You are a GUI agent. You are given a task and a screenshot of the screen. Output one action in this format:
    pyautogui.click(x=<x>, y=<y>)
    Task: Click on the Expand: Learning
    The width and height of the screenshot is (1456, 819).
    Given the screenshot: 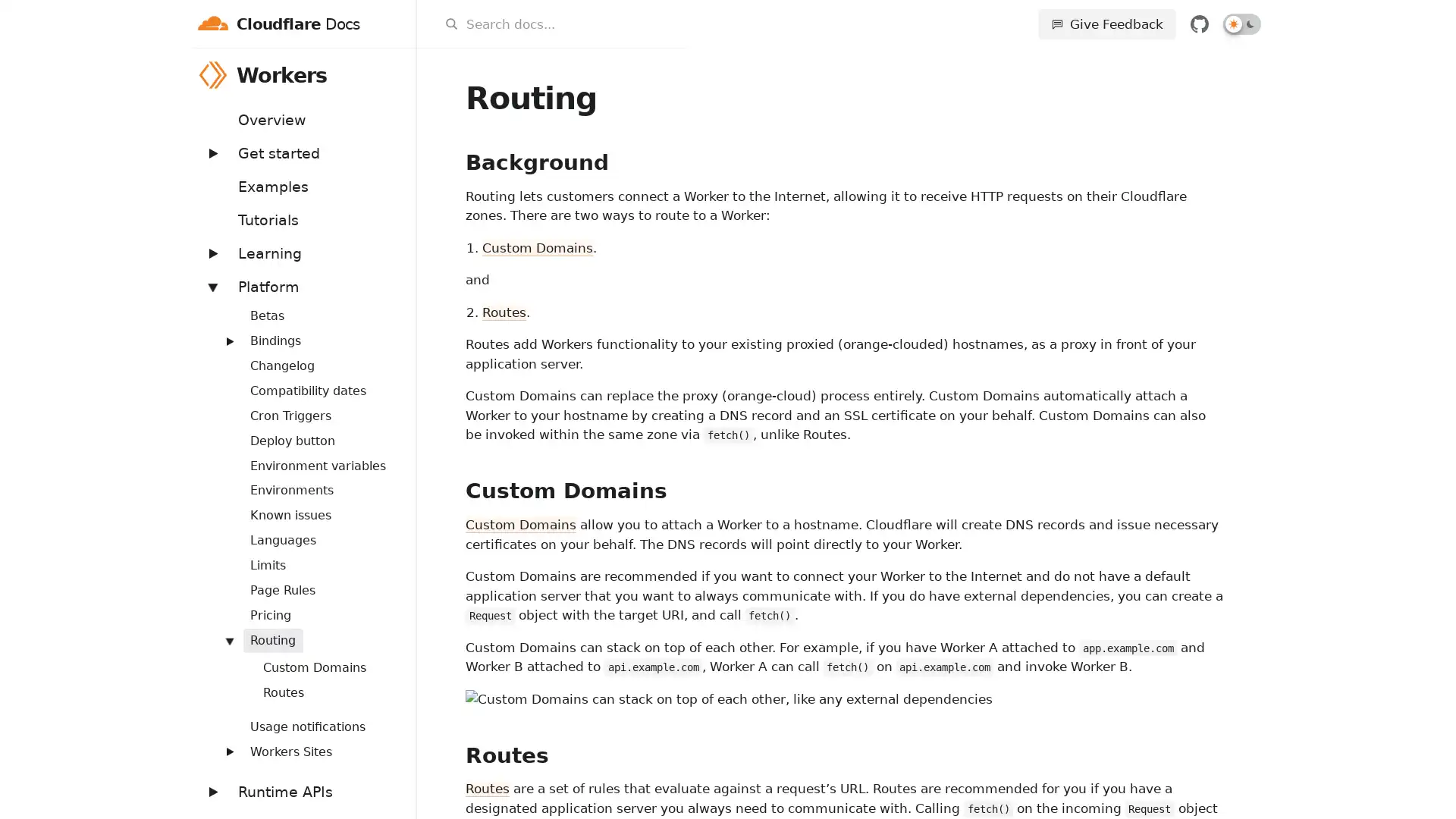 What is the action you would take?
    pyautogui.click(x=211, y=252)
    